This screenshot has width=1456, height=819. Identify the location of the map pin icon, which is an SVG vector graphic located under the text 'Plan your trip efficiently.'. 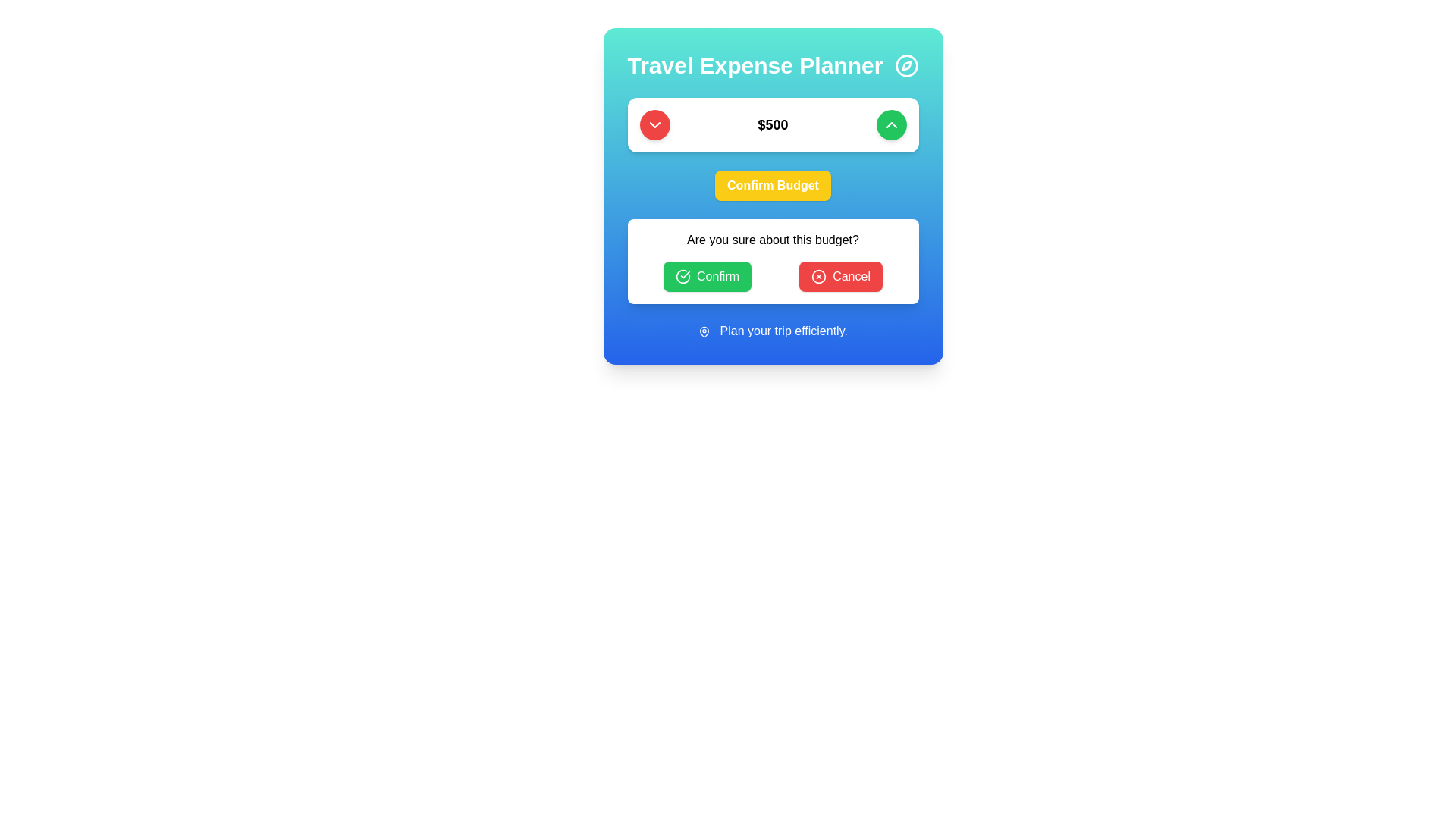
(704, 331).